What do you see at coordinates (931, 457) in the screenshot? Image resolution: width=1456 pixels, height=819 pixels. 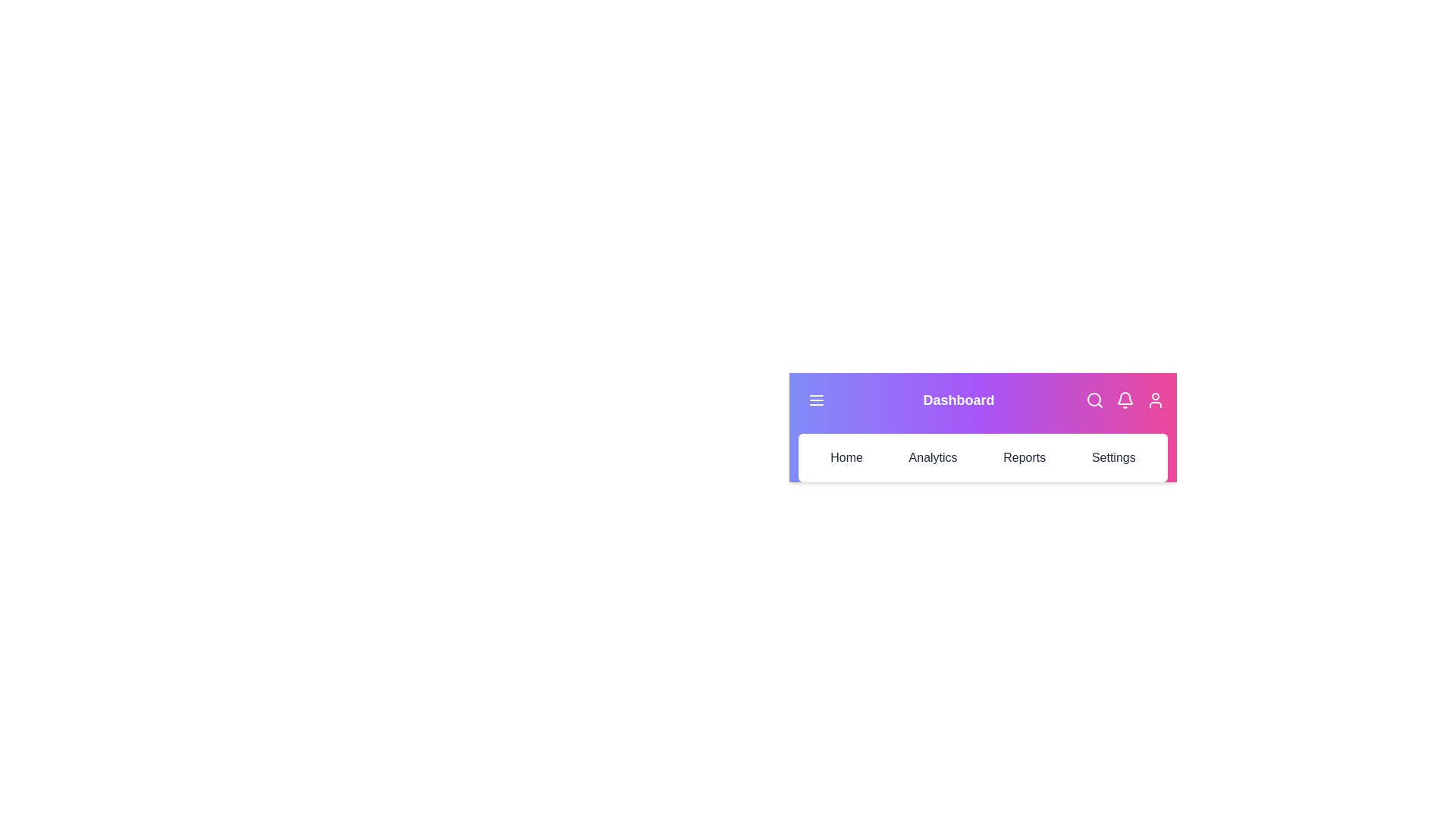 I see `the 'Analytics' tab to navigate to the Analytics section` at bounding box center [931, 457].